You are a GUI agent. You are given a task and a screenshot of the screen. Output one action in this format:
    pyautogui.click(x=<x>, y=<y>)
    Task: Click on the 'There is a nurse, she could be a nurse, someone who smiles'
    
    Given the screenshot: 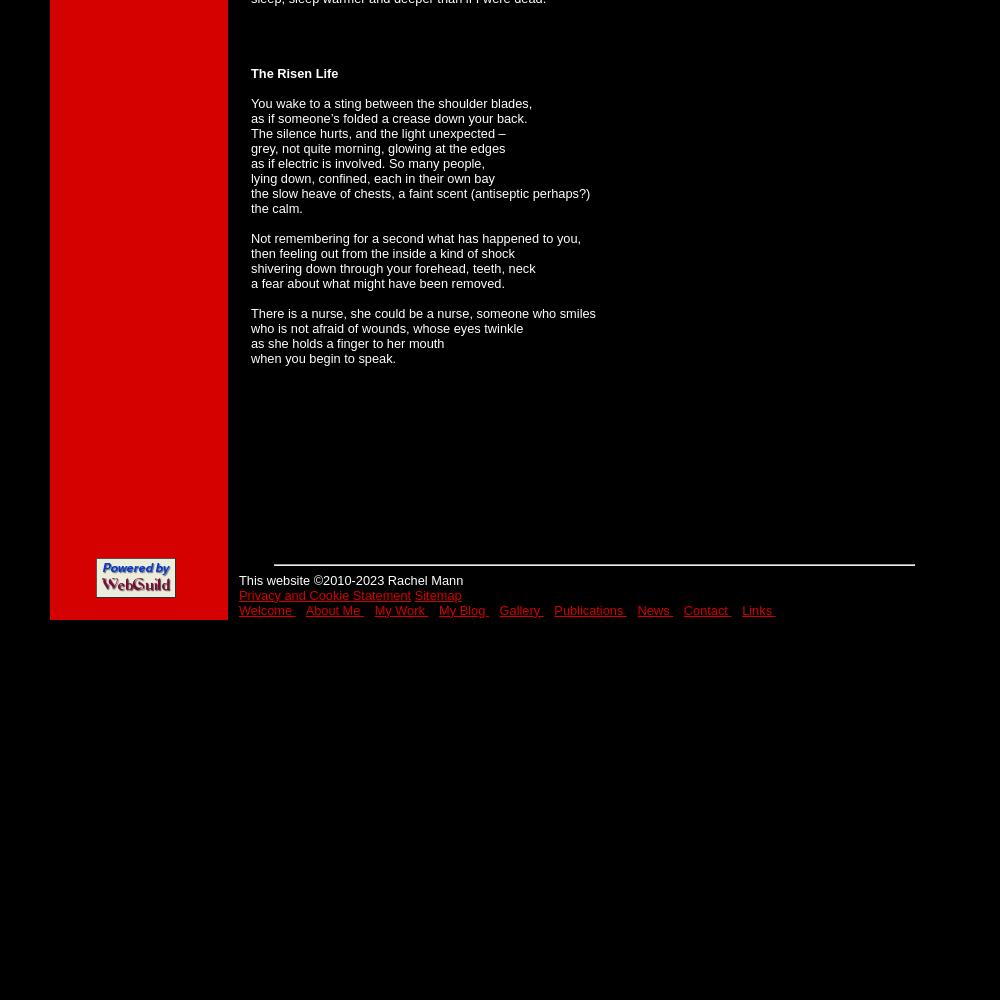 What is the action you would take?
    pyautogui.click(x=251, y=312)
    